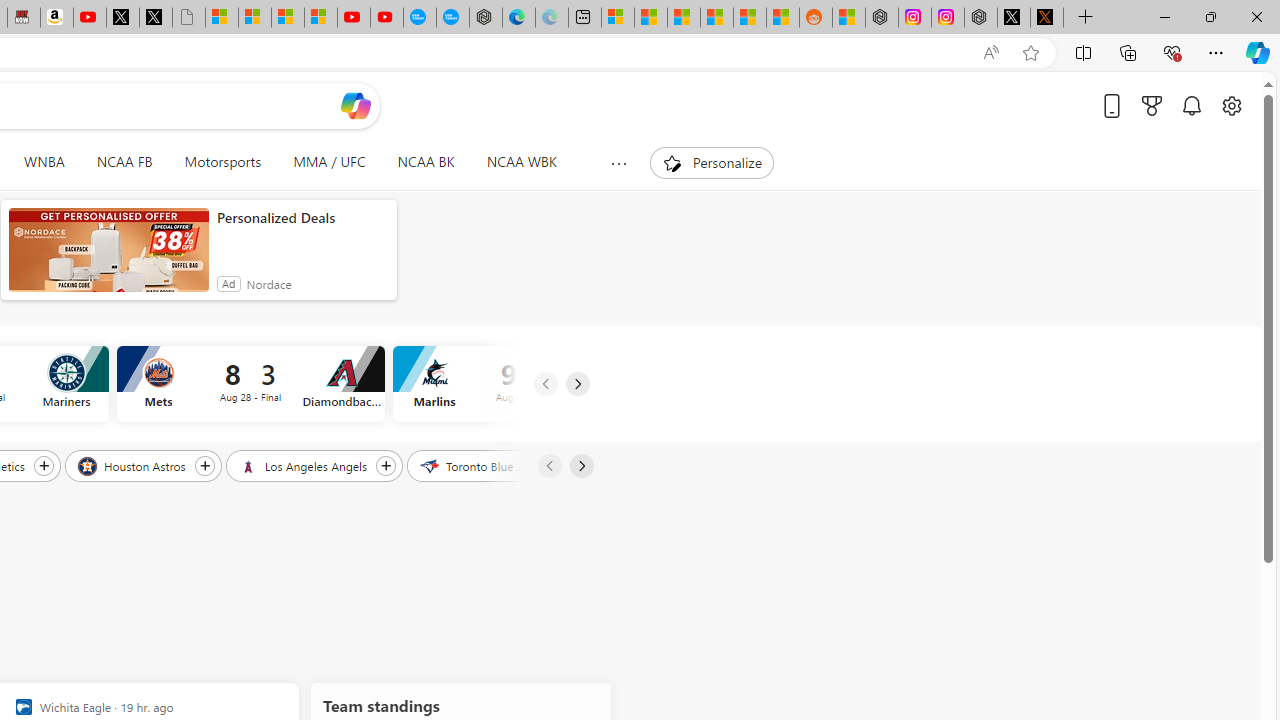  Describe the element at coordinates (132, 465) in the screenshot. I see `'Houston Astros'` at that location.